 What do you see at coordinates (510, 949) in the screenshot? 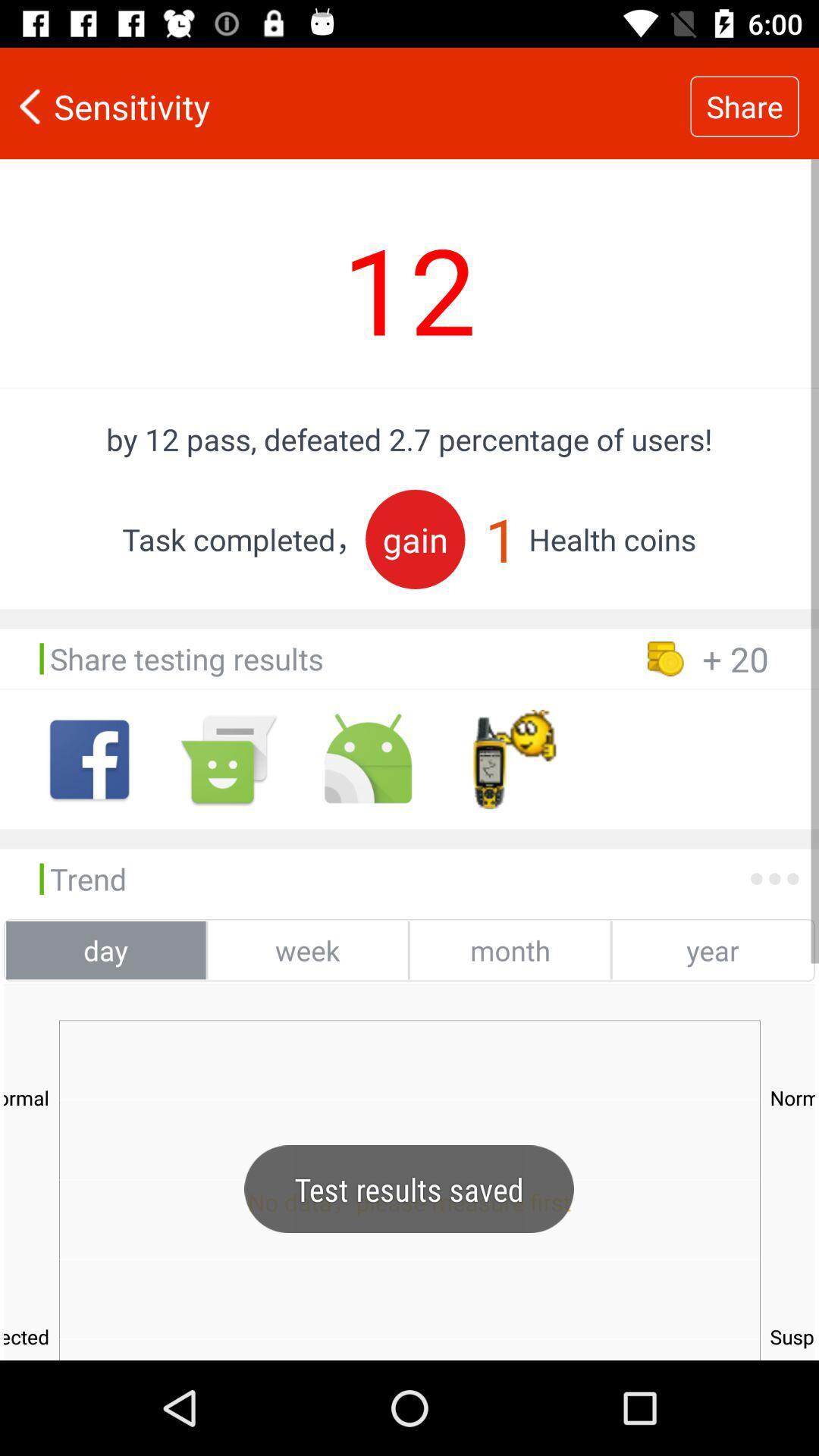
I see `month` at bounding box center [510, 949].